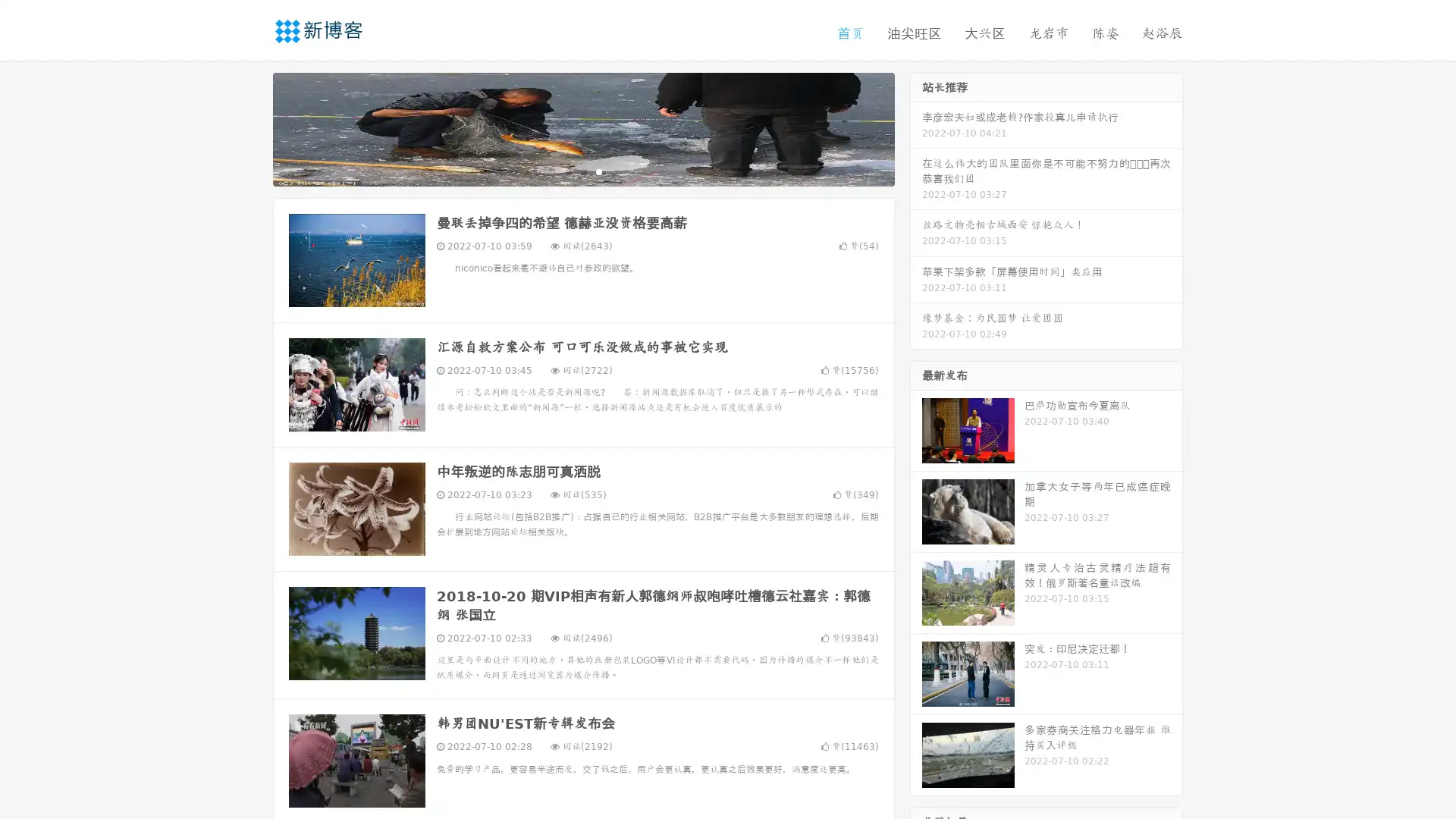 The width and height of the screenshot is (1456, 819). Describe the element at coordinates (582, 171) in the screenshot. I see `Go to slide 2` at that location.